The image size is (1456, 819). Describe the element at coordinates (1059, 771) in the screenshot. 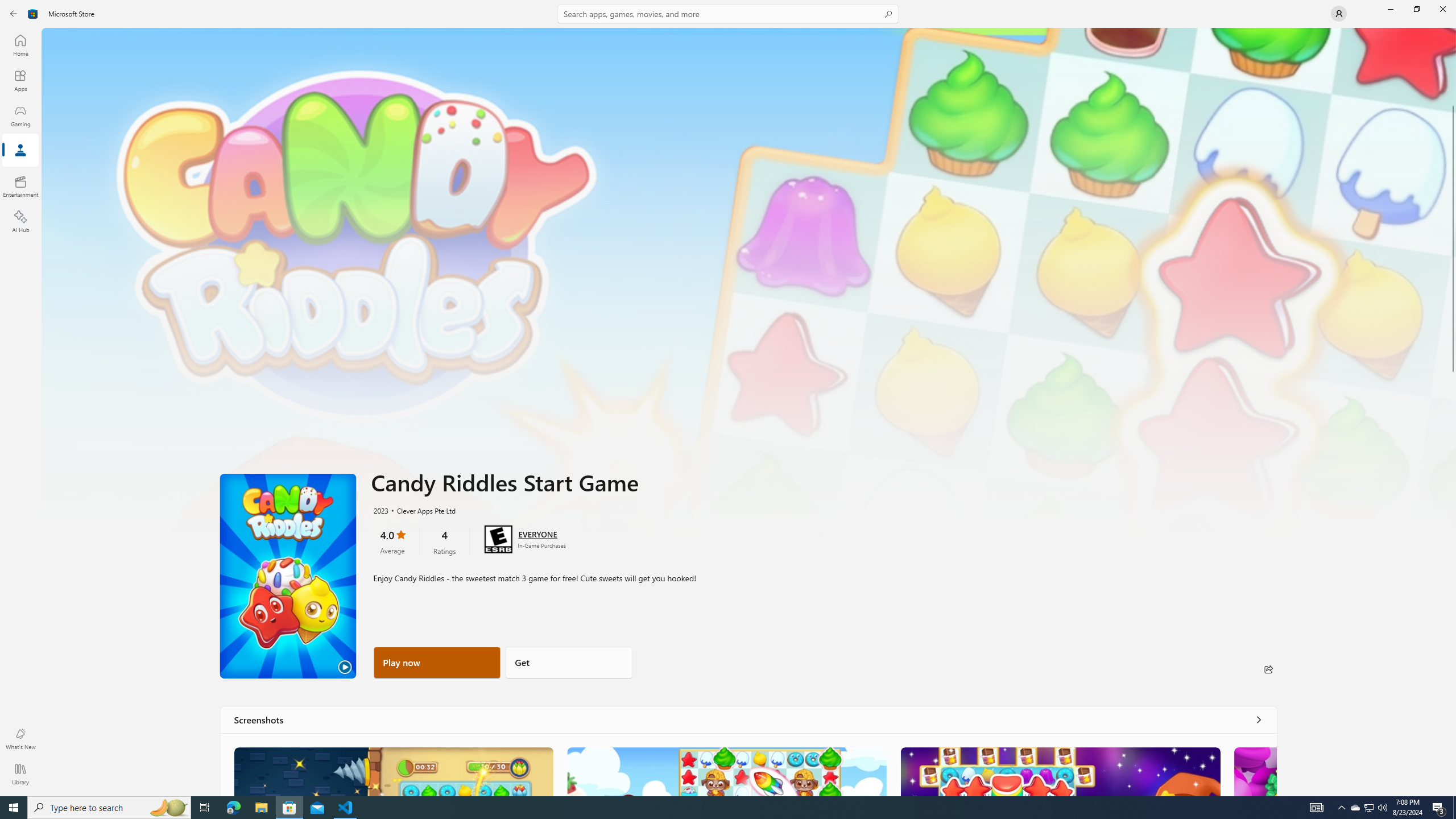

I see `'Screenshot 3'` at that location.